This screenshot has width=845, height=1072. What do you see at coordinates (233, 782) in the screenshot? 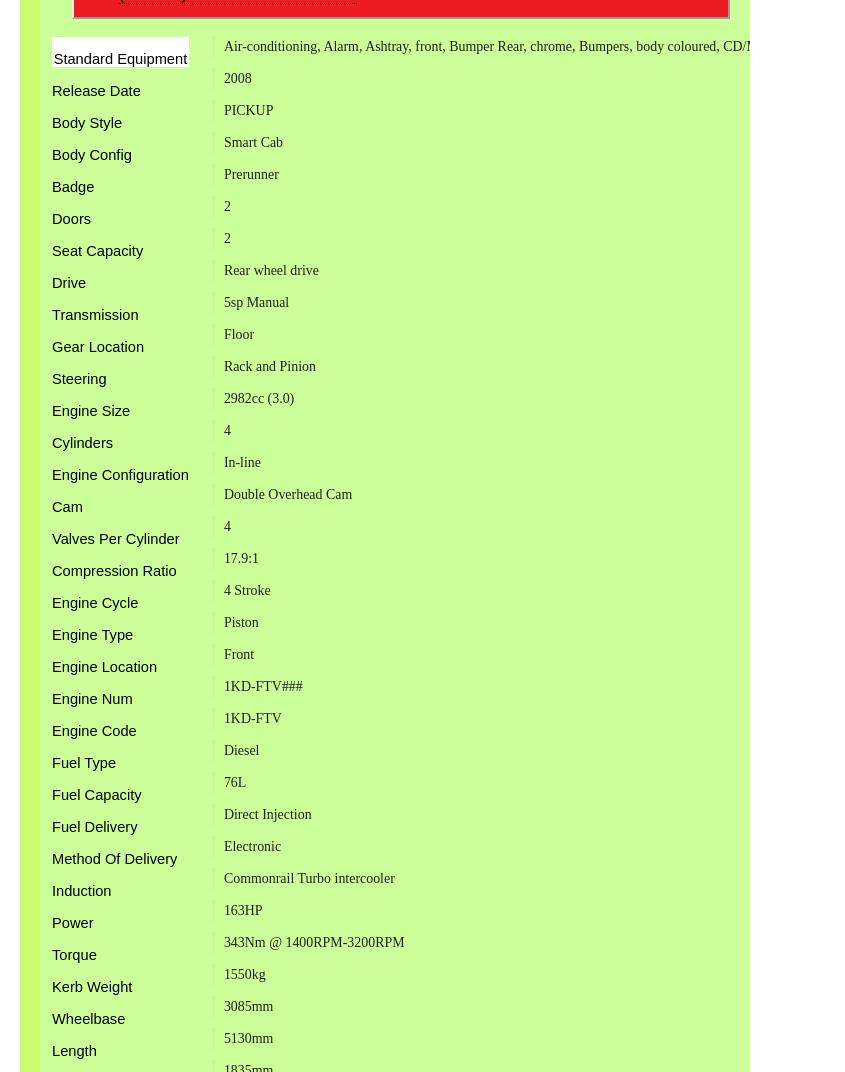
I see `'76L'` at bounding box center [233, 782].